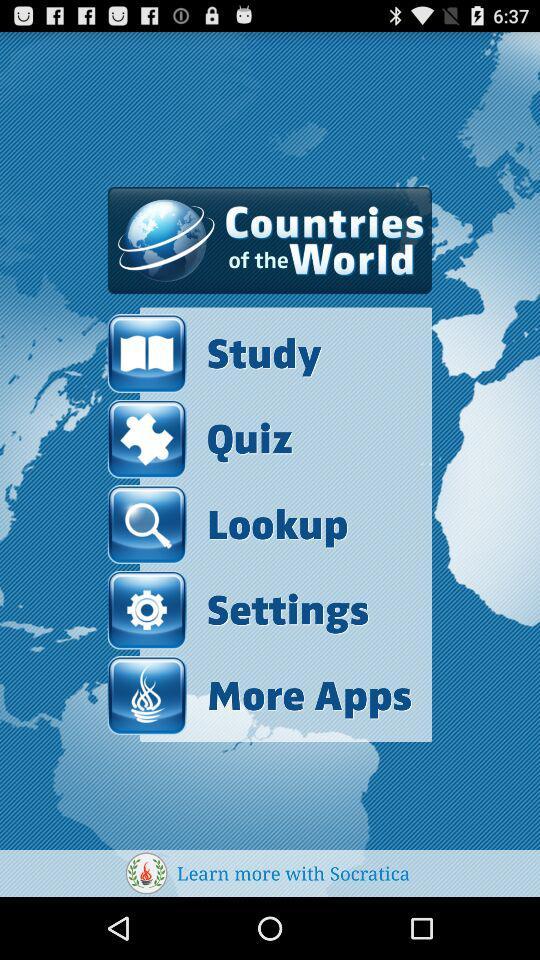 The height and width of the screenshot is (960, 540). What do you see at coordinates (259, 695) in the screenshot?
I see `the more apps item` at bounding box center [259, 695].